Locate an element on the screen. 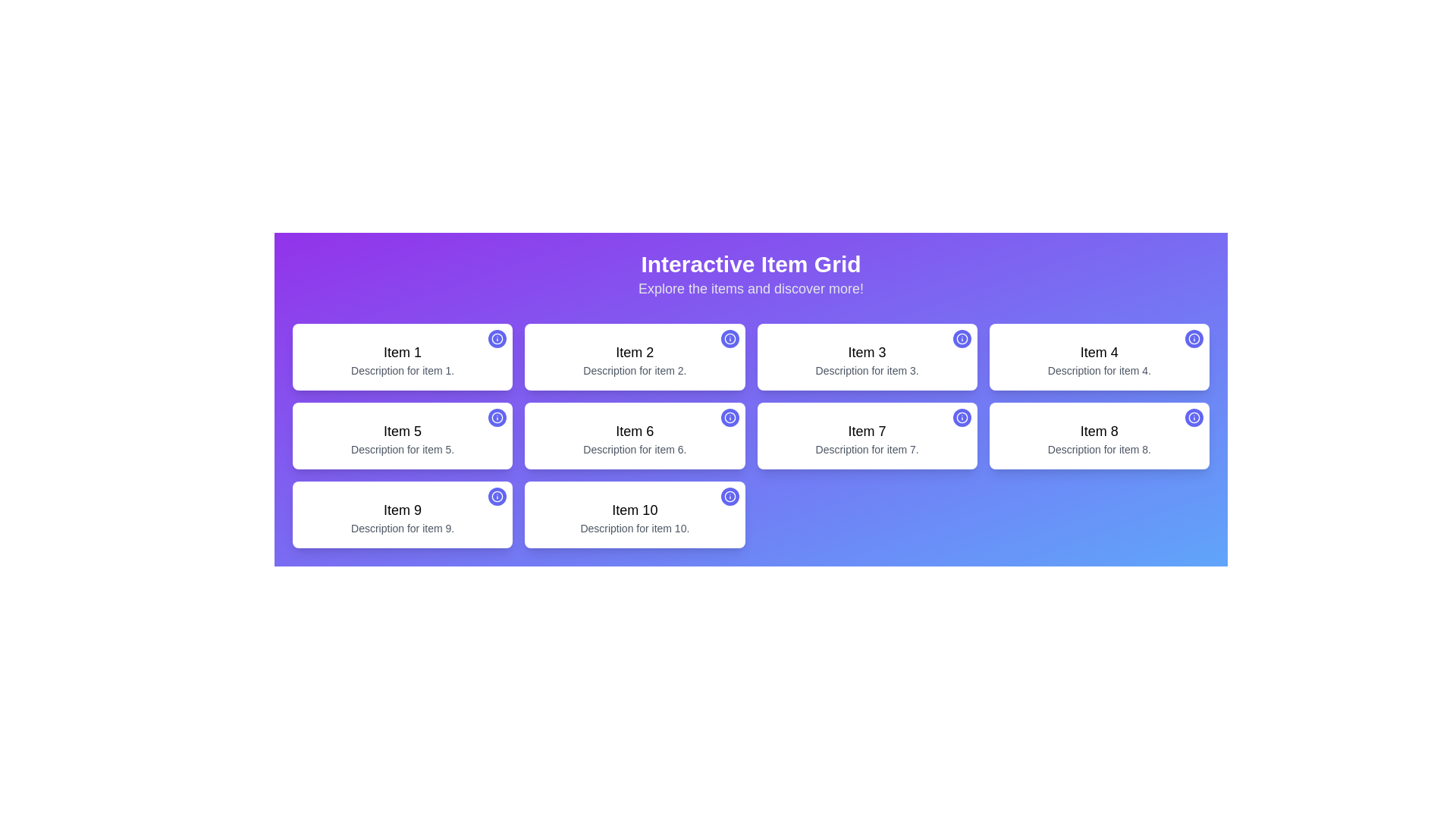 The width and height of the screenshot is (1456, 819). the displayed information on the Card that provides details about 'Item 7', located in the second row, third column of a 4x4 grid layout is located at coordinates (867, 435).